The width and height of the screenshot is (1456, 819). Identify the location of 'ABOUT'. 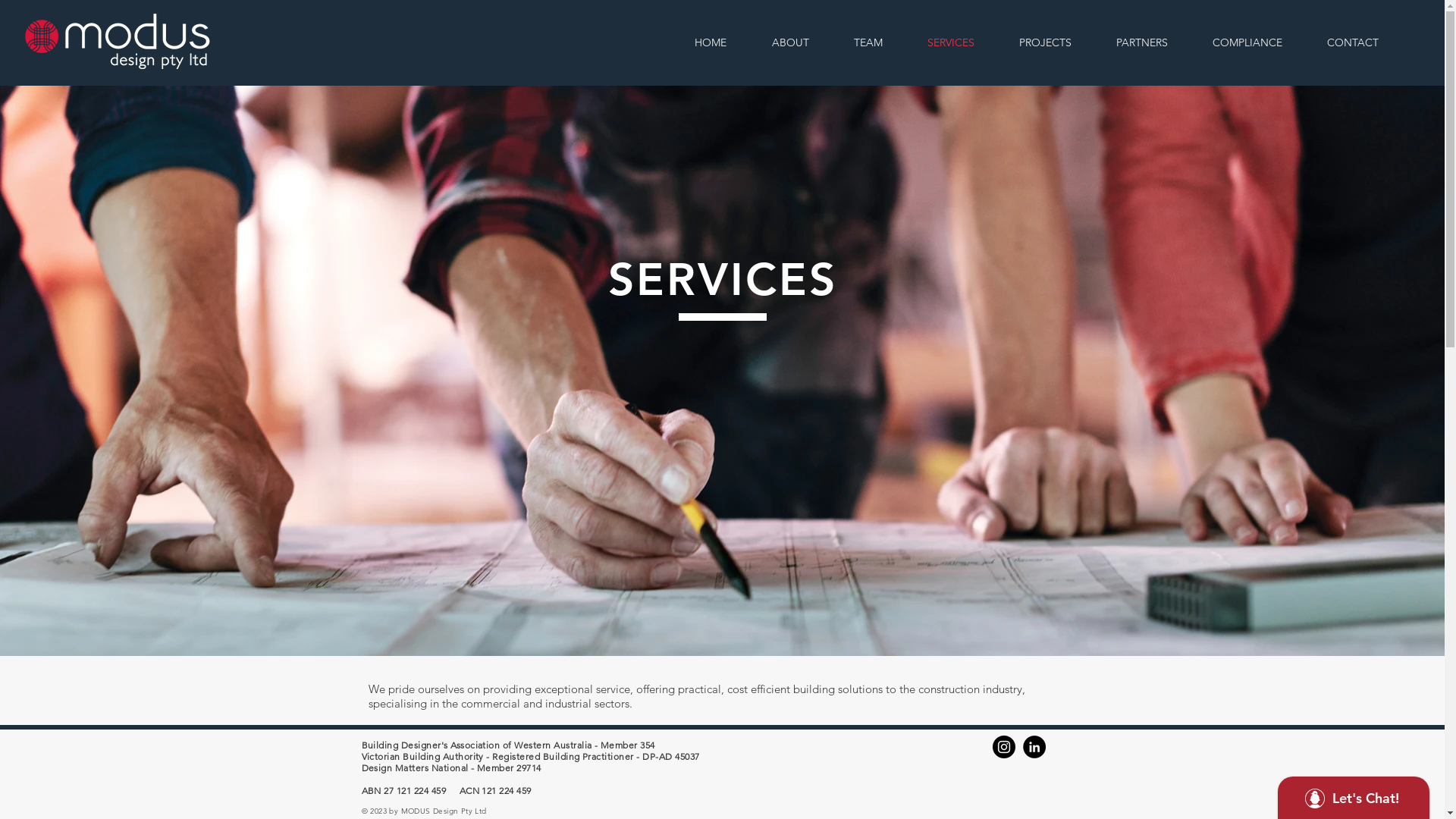
(760, 42).